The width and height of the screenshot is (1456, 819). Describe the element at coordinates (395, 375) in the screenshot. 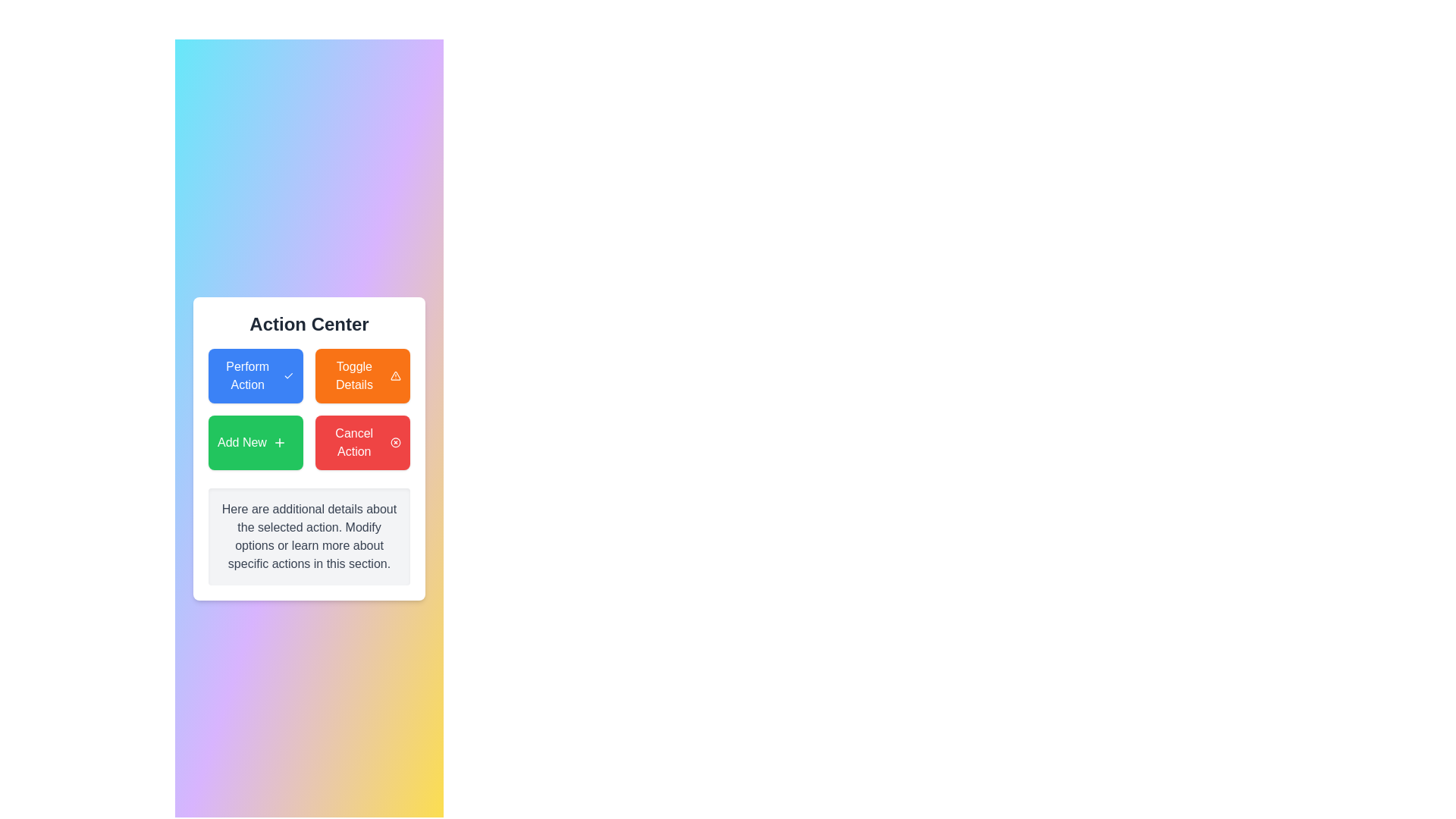

I see `the alert icon located just above the 'Cancel Action' button in the top-right quadrant, which indicates a warning or important message` at that location.